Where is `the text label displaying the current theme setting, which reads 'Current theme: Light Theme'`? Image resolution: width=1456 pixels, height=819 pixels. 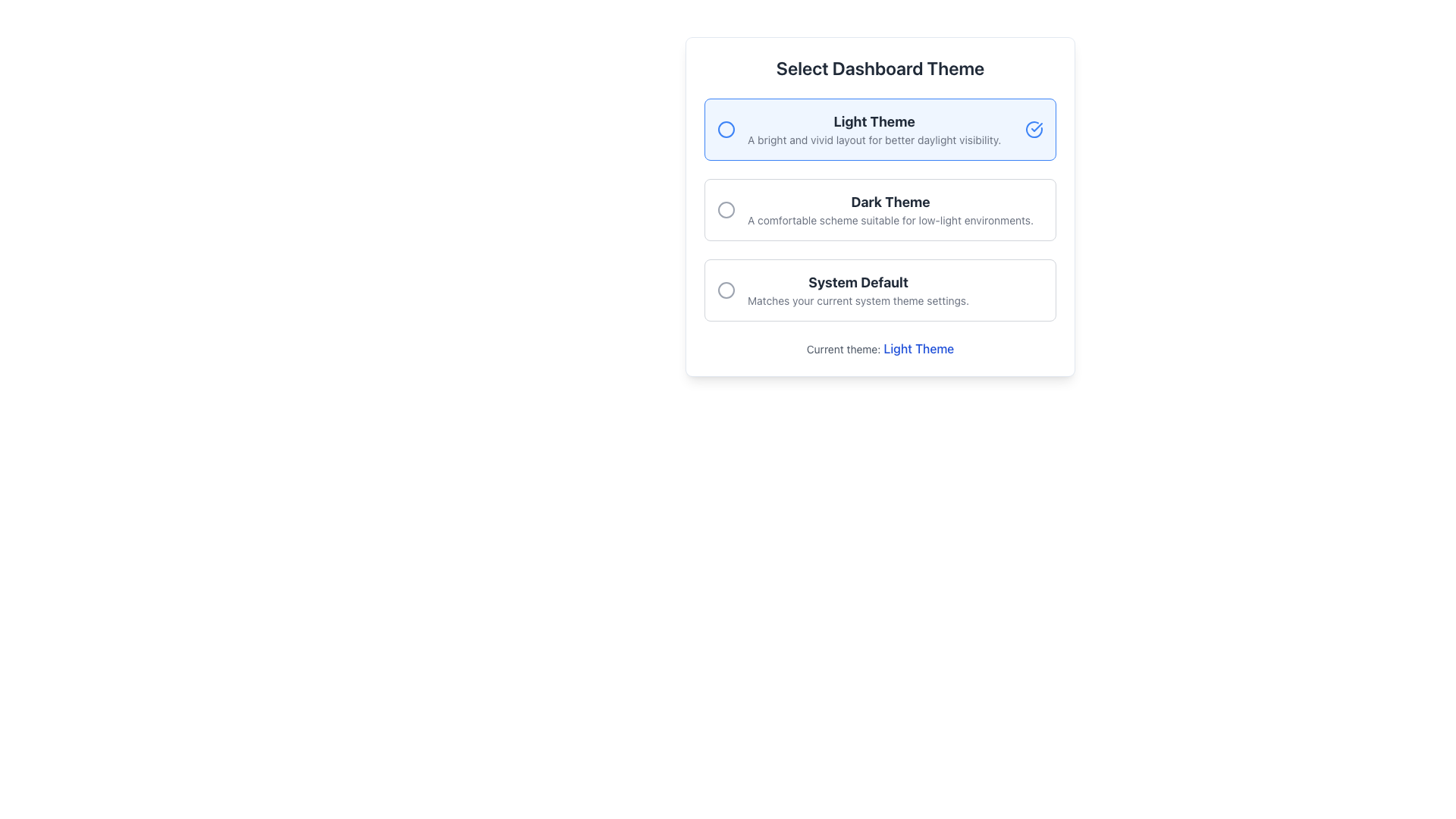 the text label displaying the current theme setting, which reads 'Current theme: Light Theme' is located at coordinates (918, 348).